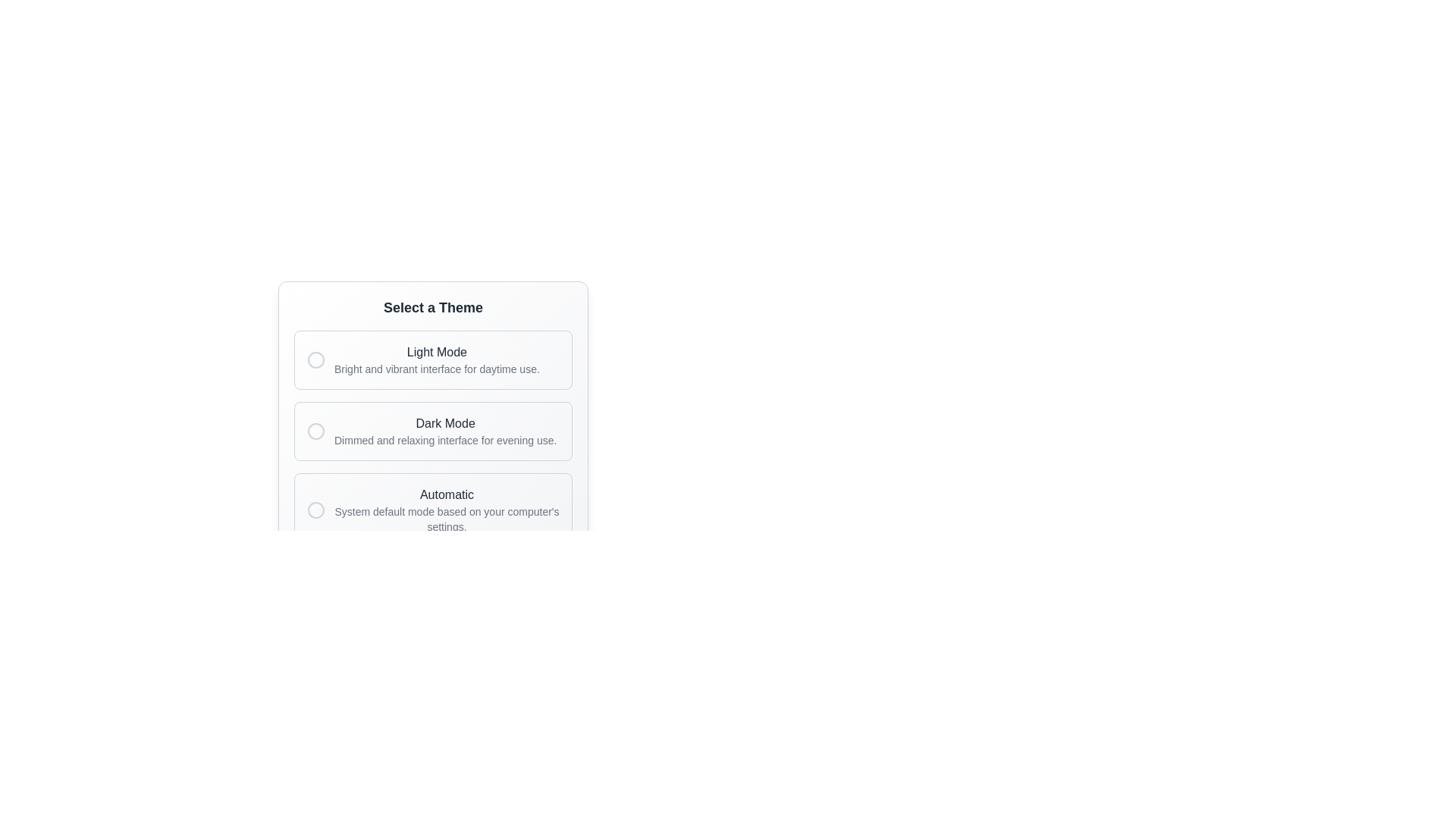  I want to click on the Selectable Option Group located beneath the 'Select a Theme' heading, so click(432, 438).